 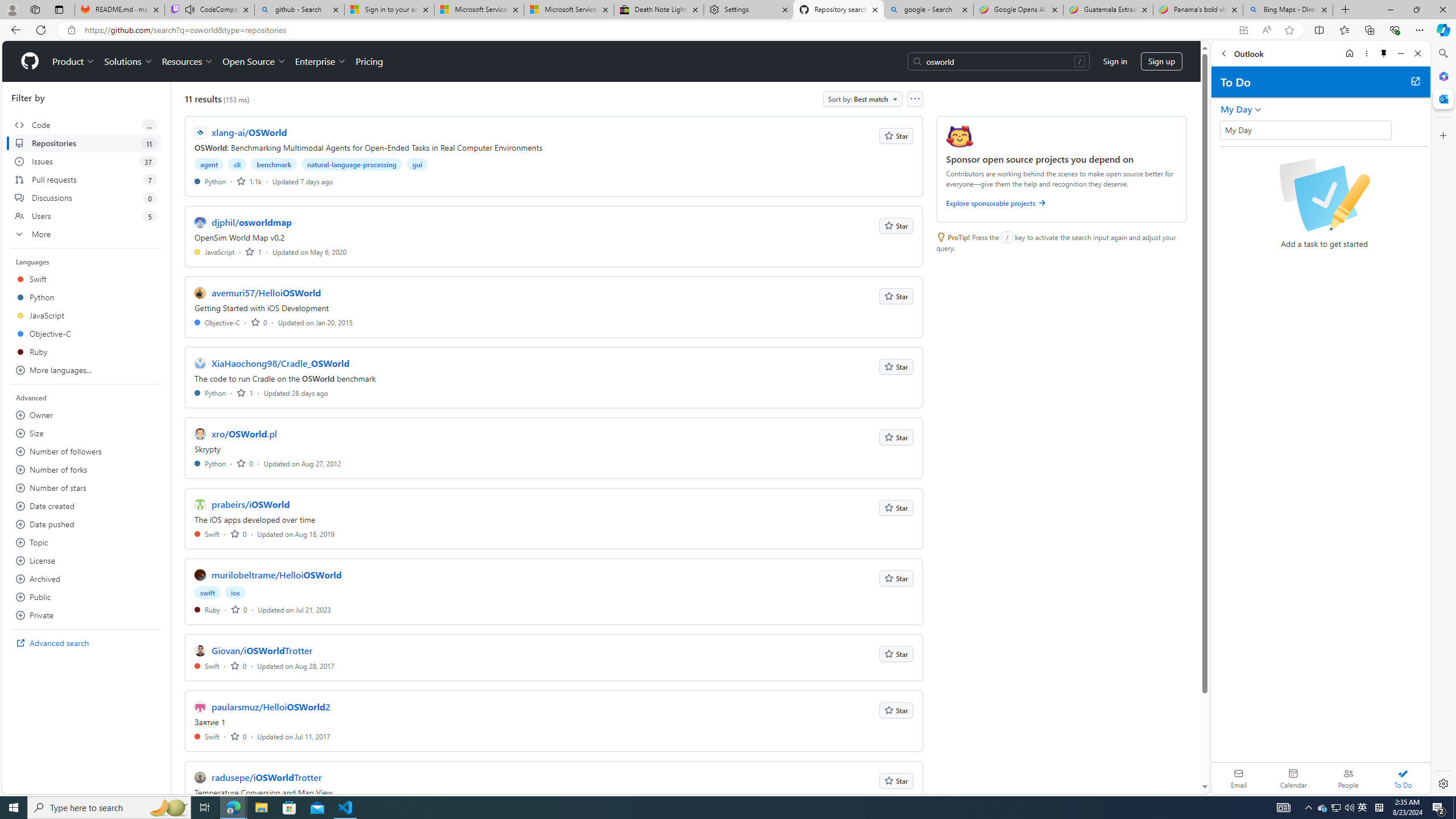 I want to click on 'xlang-ai/OSWorld', so click(x=248, y=131).